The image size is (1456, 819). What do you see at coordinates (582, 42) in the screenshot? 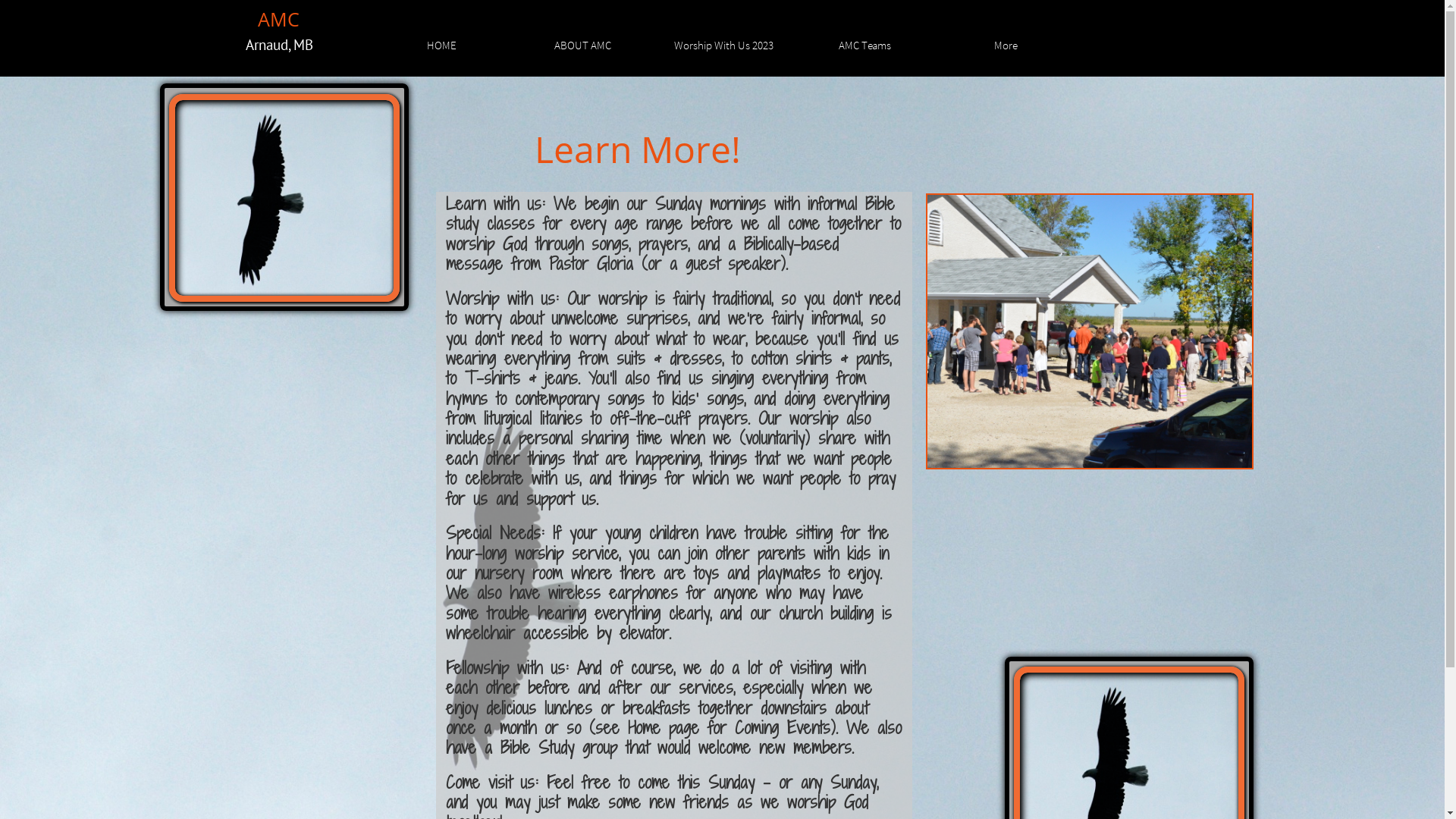
I see `'ABOUT AMC'` at bounding box center [582, 42].